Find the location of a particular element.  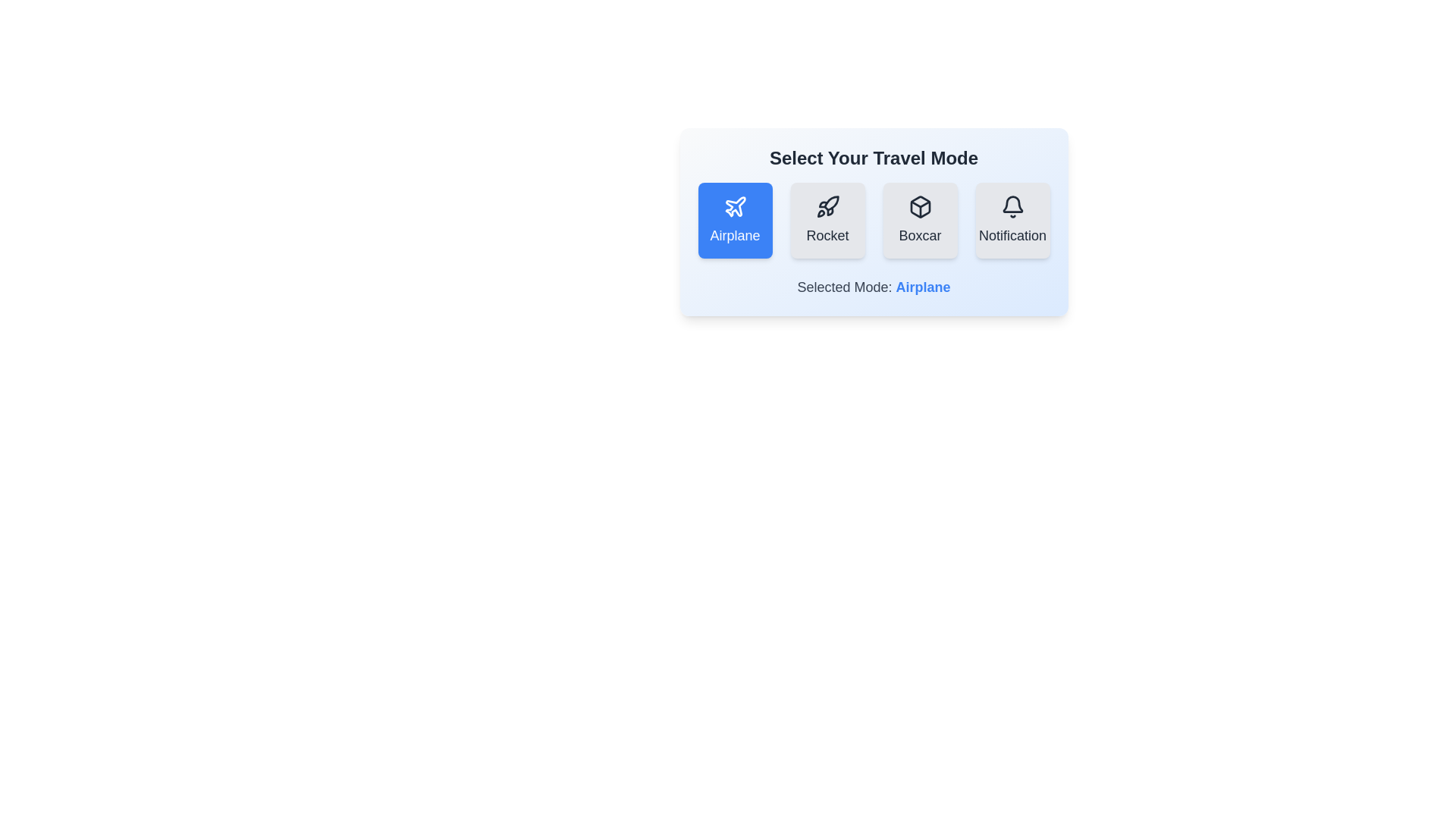

the button corresponding to the travel mode Airplane is located at coordinates (735, 220).